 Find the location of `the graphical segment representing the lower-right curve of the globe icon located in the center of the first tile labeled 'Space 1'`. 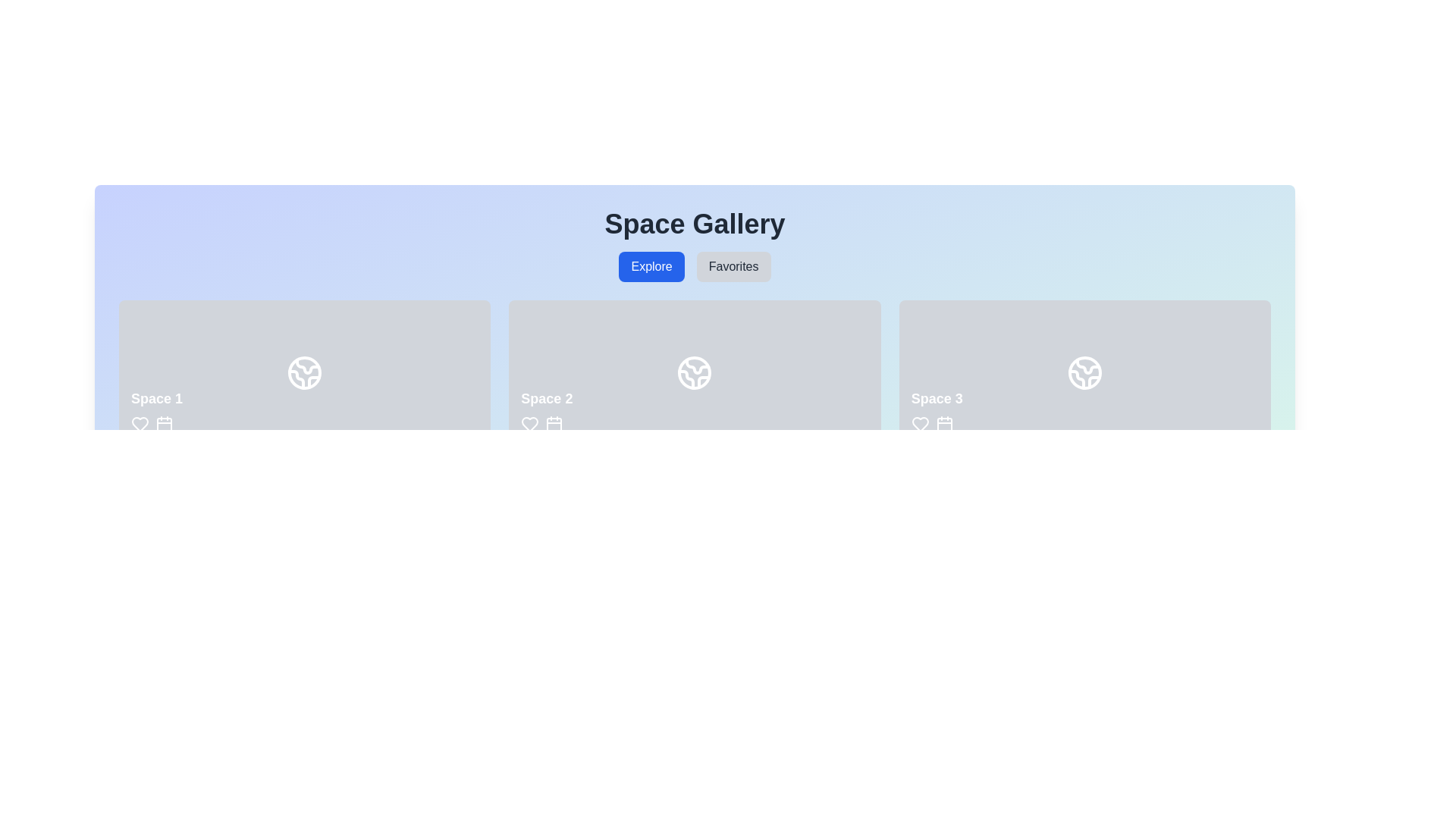

the graphical segment representing the lower-right curve of the globe icon located in the center of the first tile labeled 'Space 1' is located at coordinates (313, 381).